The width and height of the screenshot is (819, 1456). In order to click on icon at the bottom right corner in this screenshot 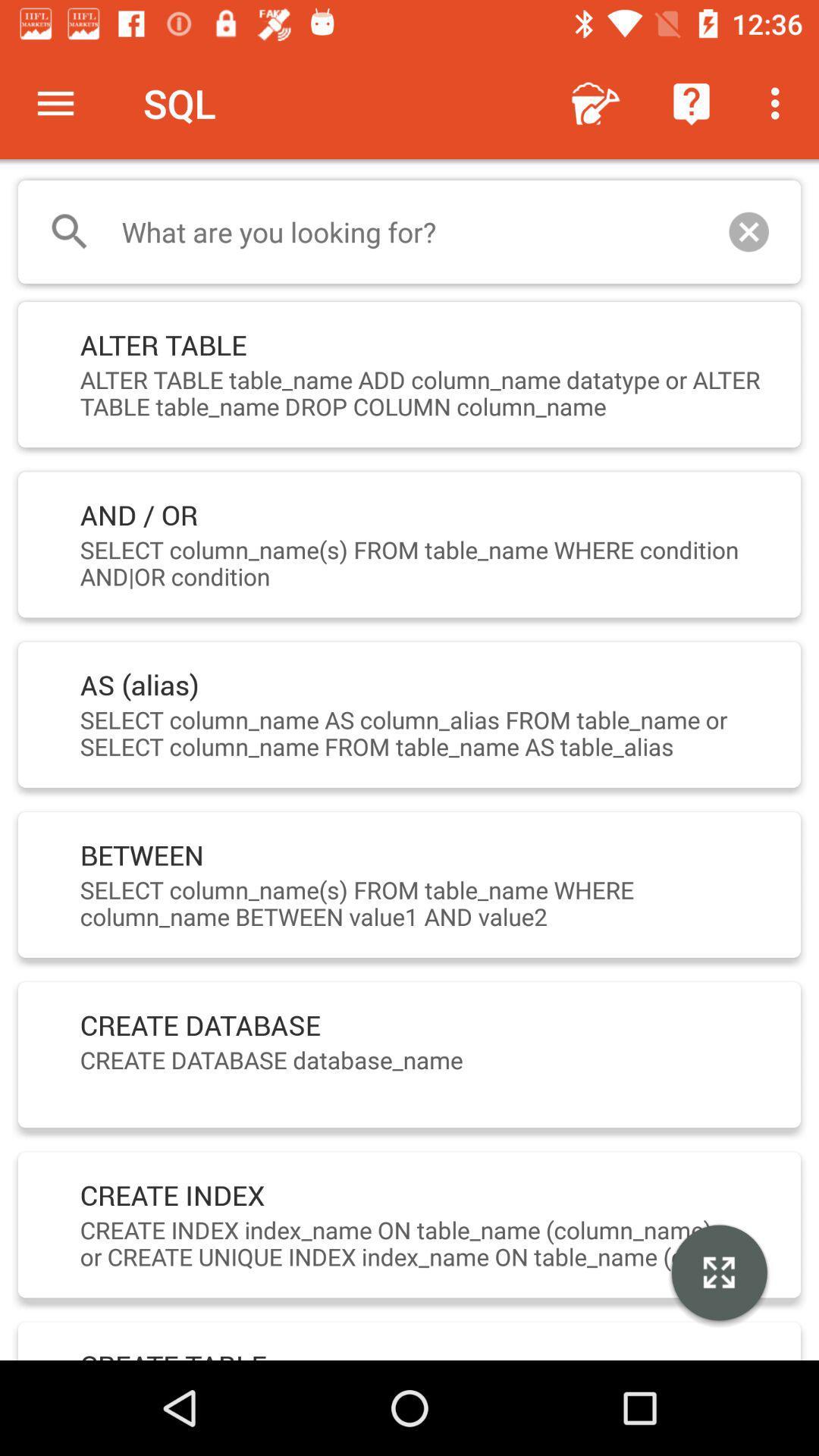, I will do `click(718, 1274)`.